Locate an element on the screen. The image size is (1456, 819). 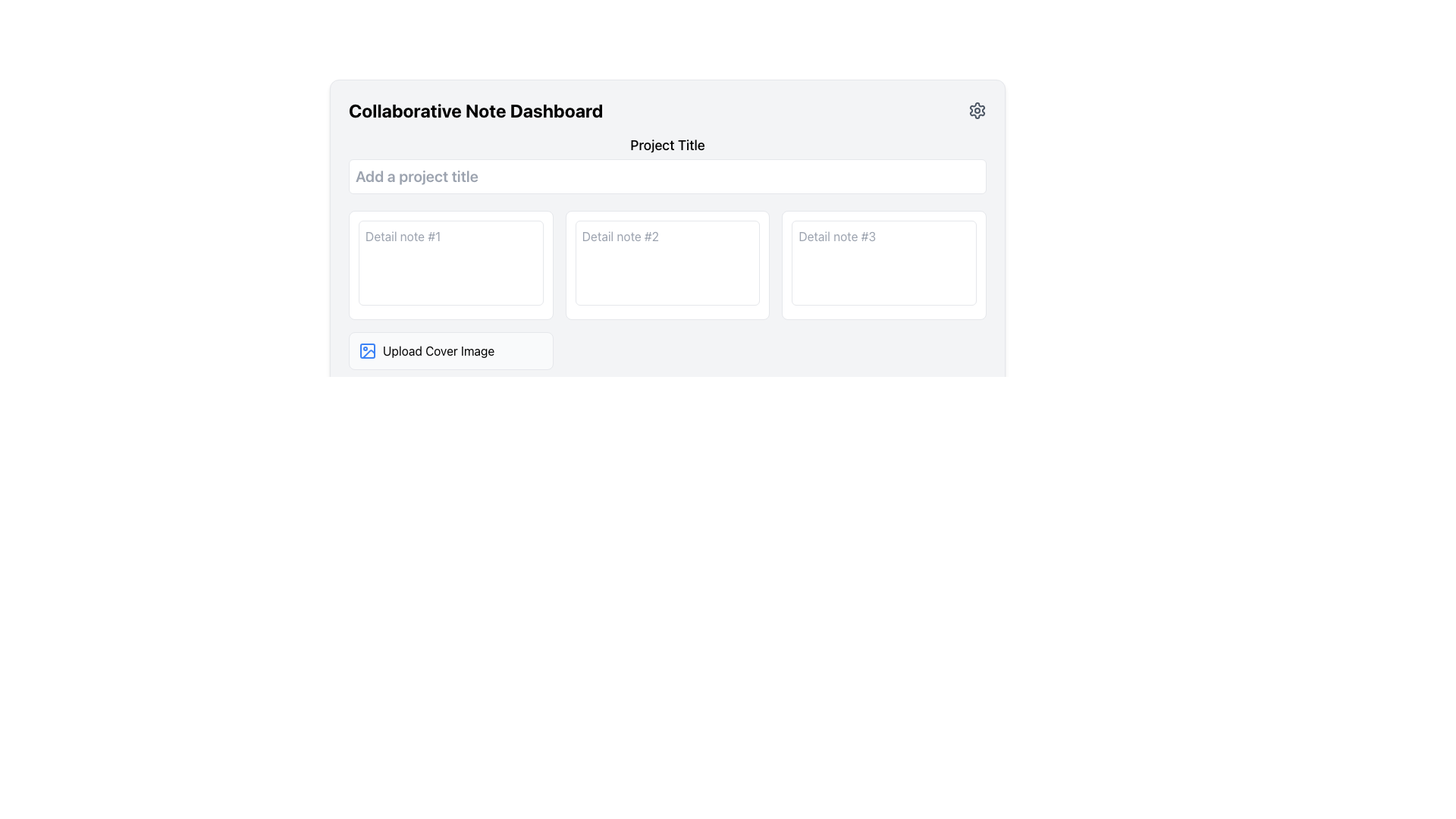
the small blue outlined icon representing an image, located to the left of the 'Upload Cover Image' text is located at coordinates (367, 350).